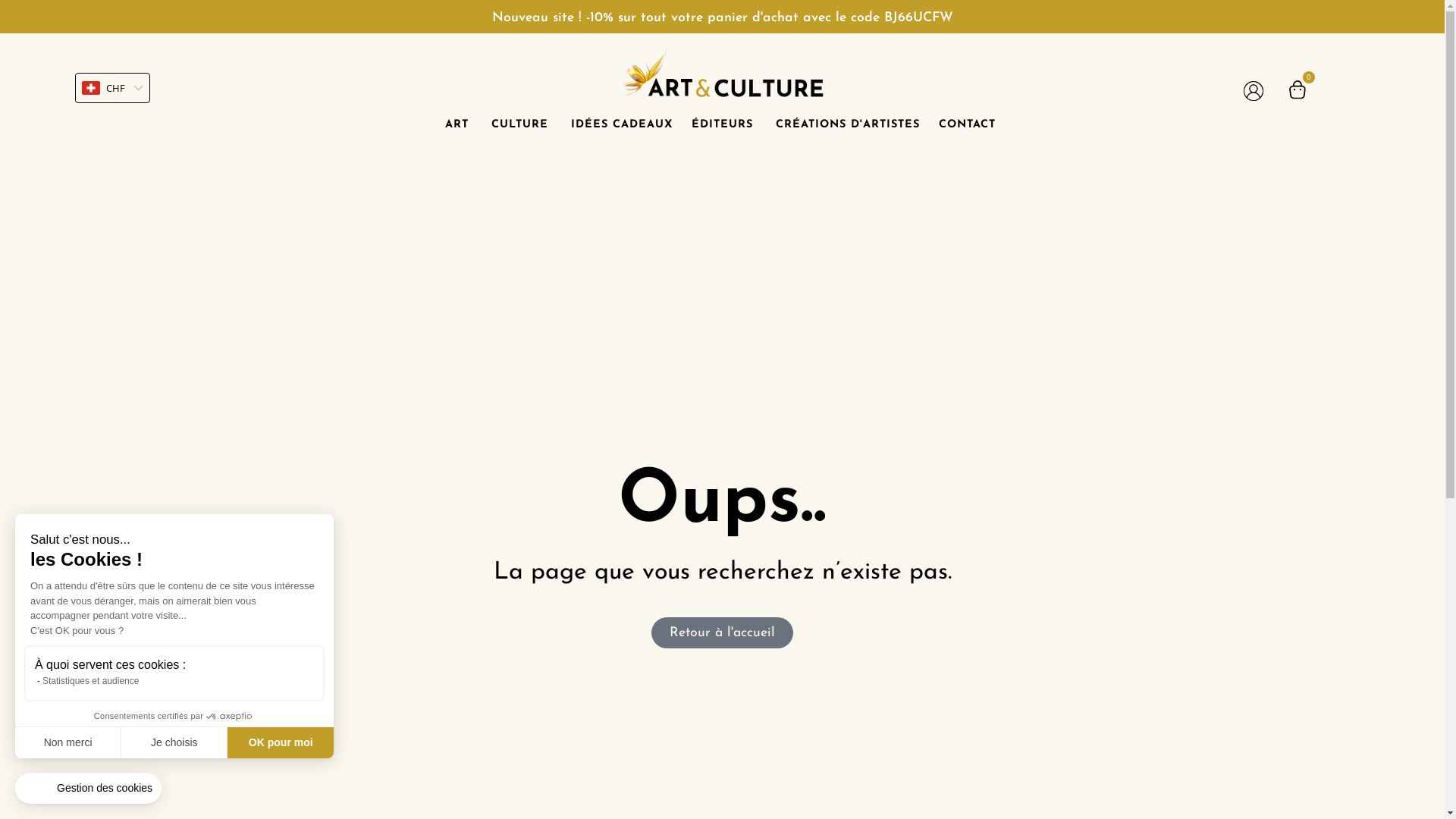  What do you see at coordinates (966, 124) in the screenshot?
I see `'CONTACT'` at bounding box center [966, 124].